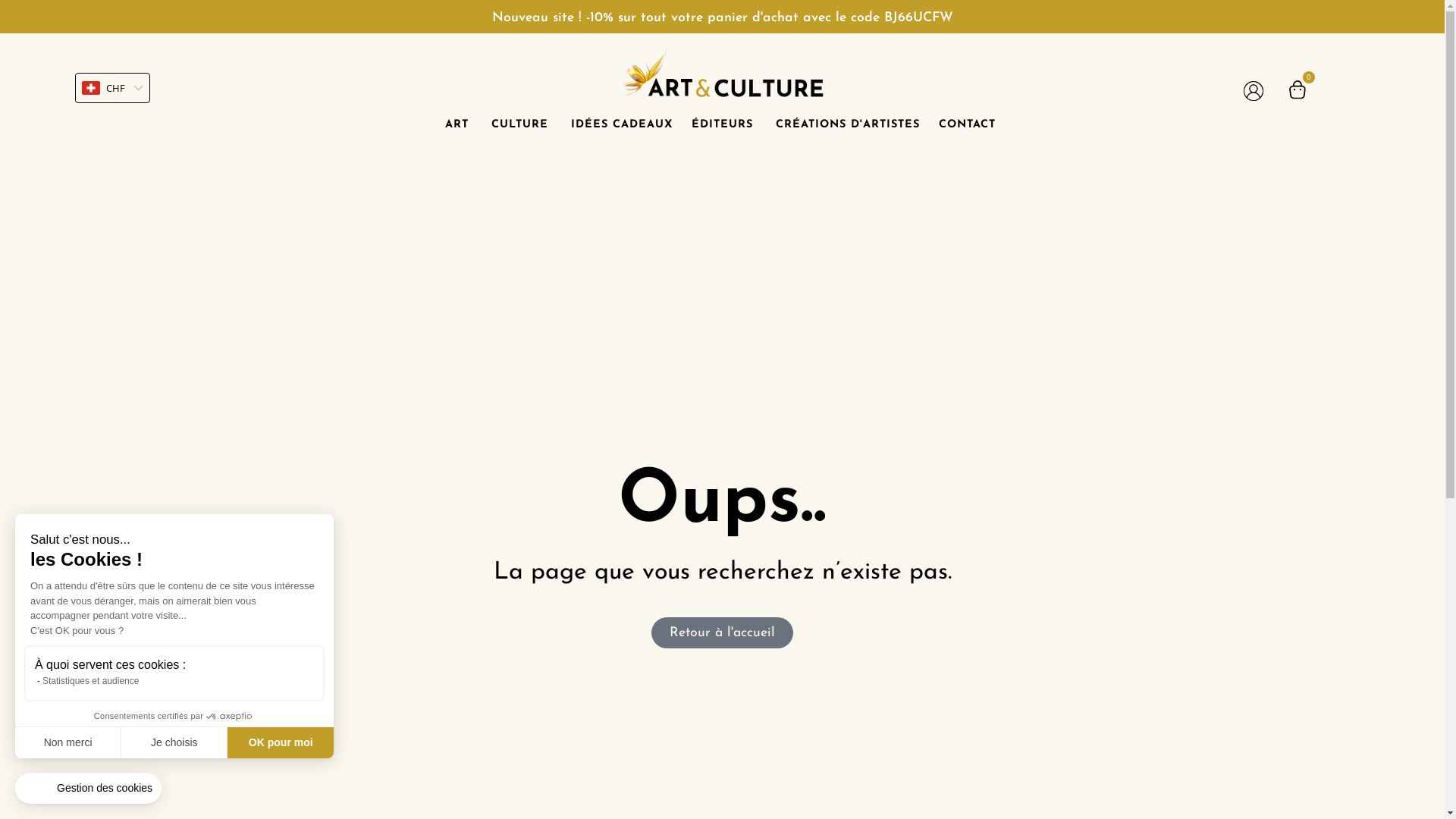  What do you see at coordinates (966, 124) in the screenshot?
I see `'CONTACT'` at bounding box center [966, 124].